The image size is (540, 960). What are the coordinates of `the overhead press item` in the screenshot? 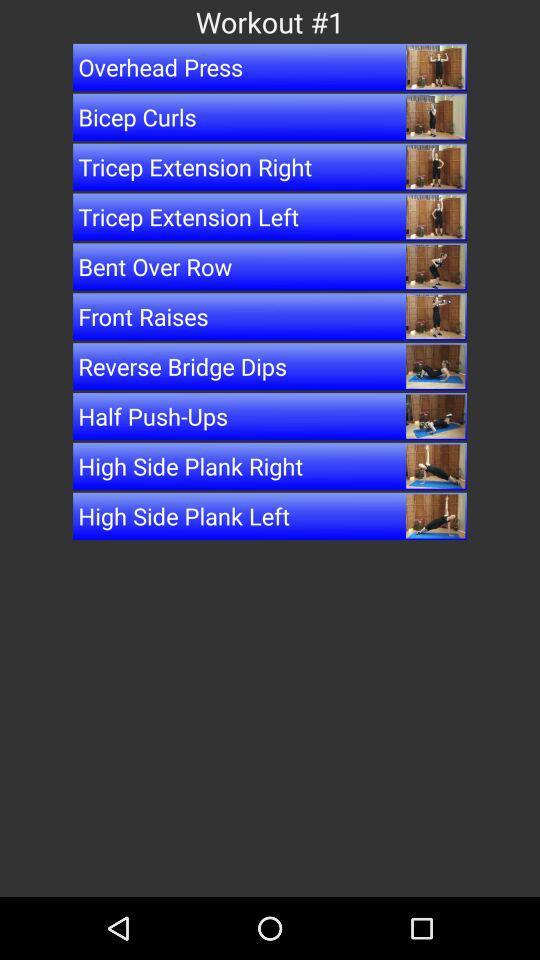 It's located at (270, 67).